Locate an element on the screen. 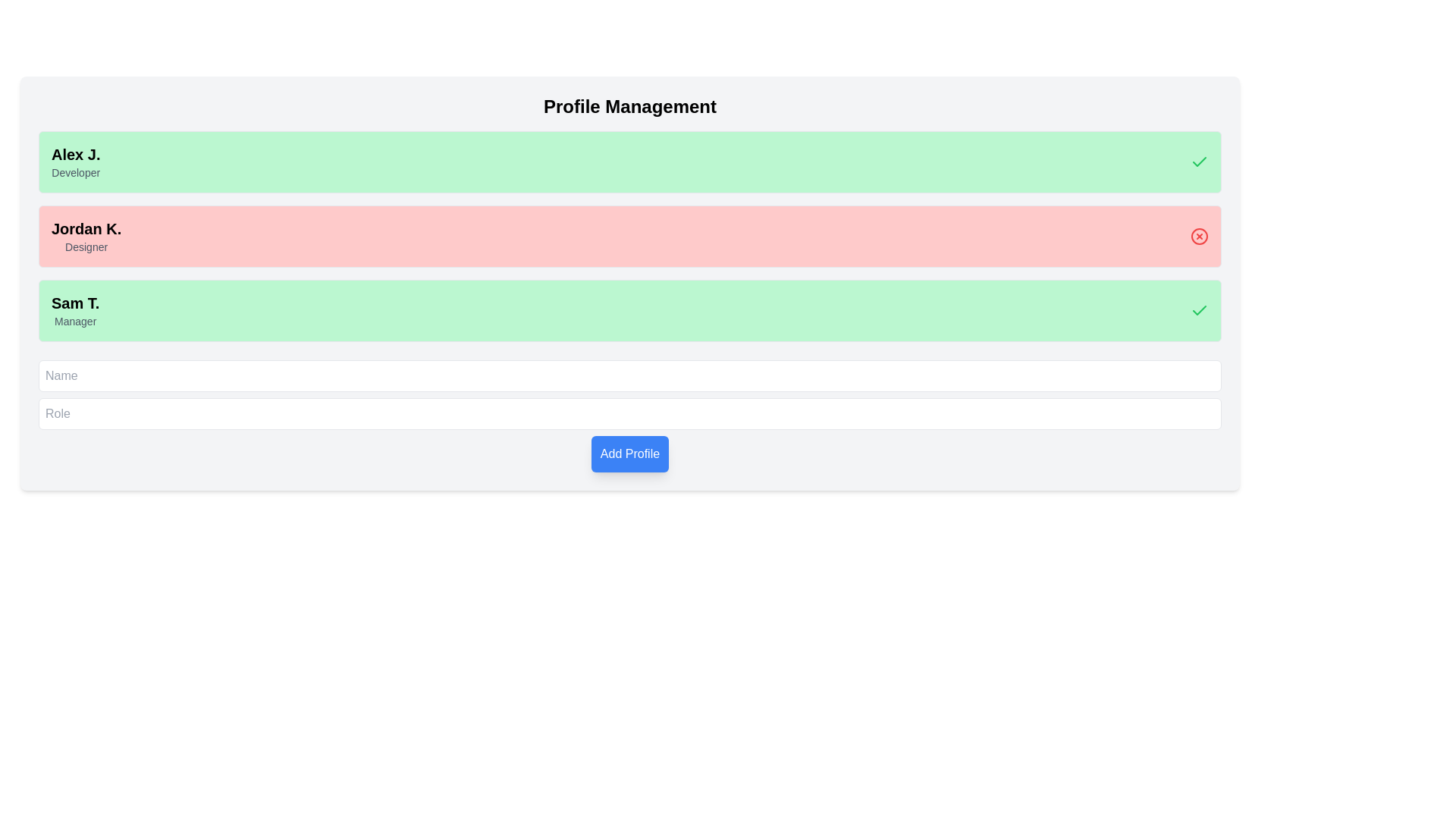 The width and height of the screenshot is (1456, 819). the user profile name label that displays 'Alex J.' in the top-left corner of the green-highlighted profile area is located at coordinates (75, 155).